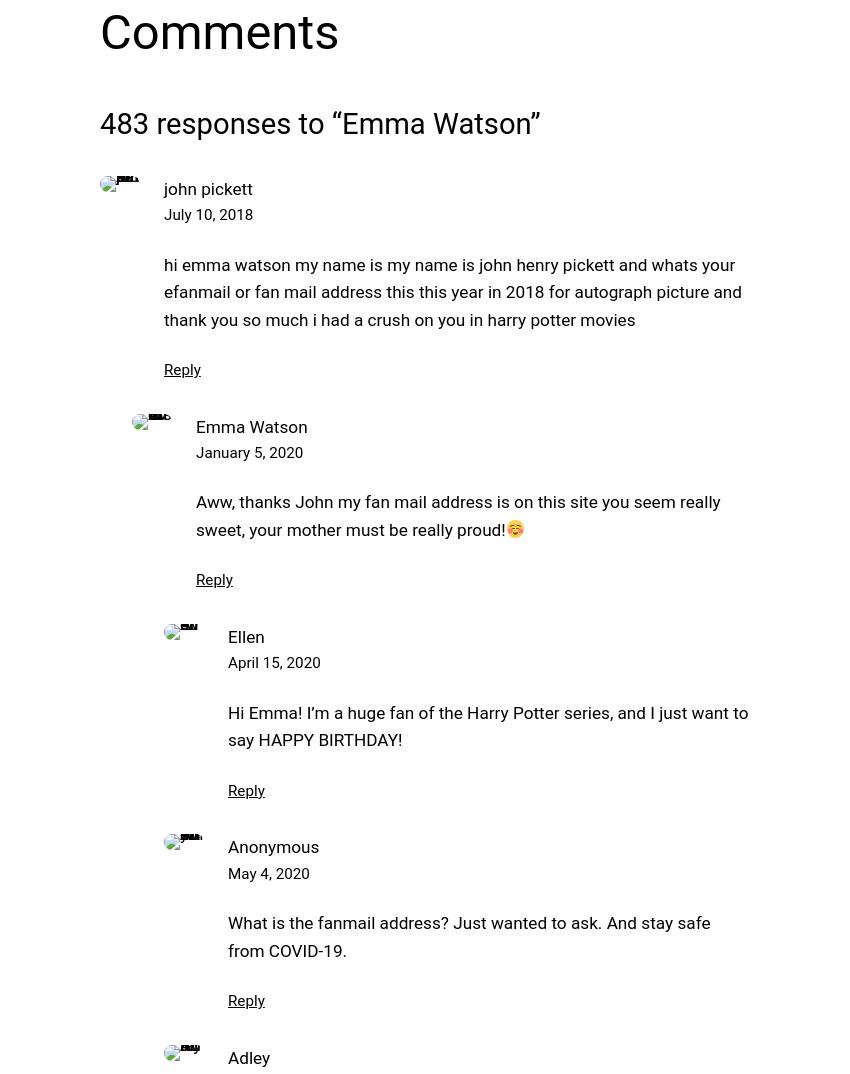 This screenshot has width=850, height=1074. I want to click on '483 responses to “Emma Watson”', so click(98, 121).